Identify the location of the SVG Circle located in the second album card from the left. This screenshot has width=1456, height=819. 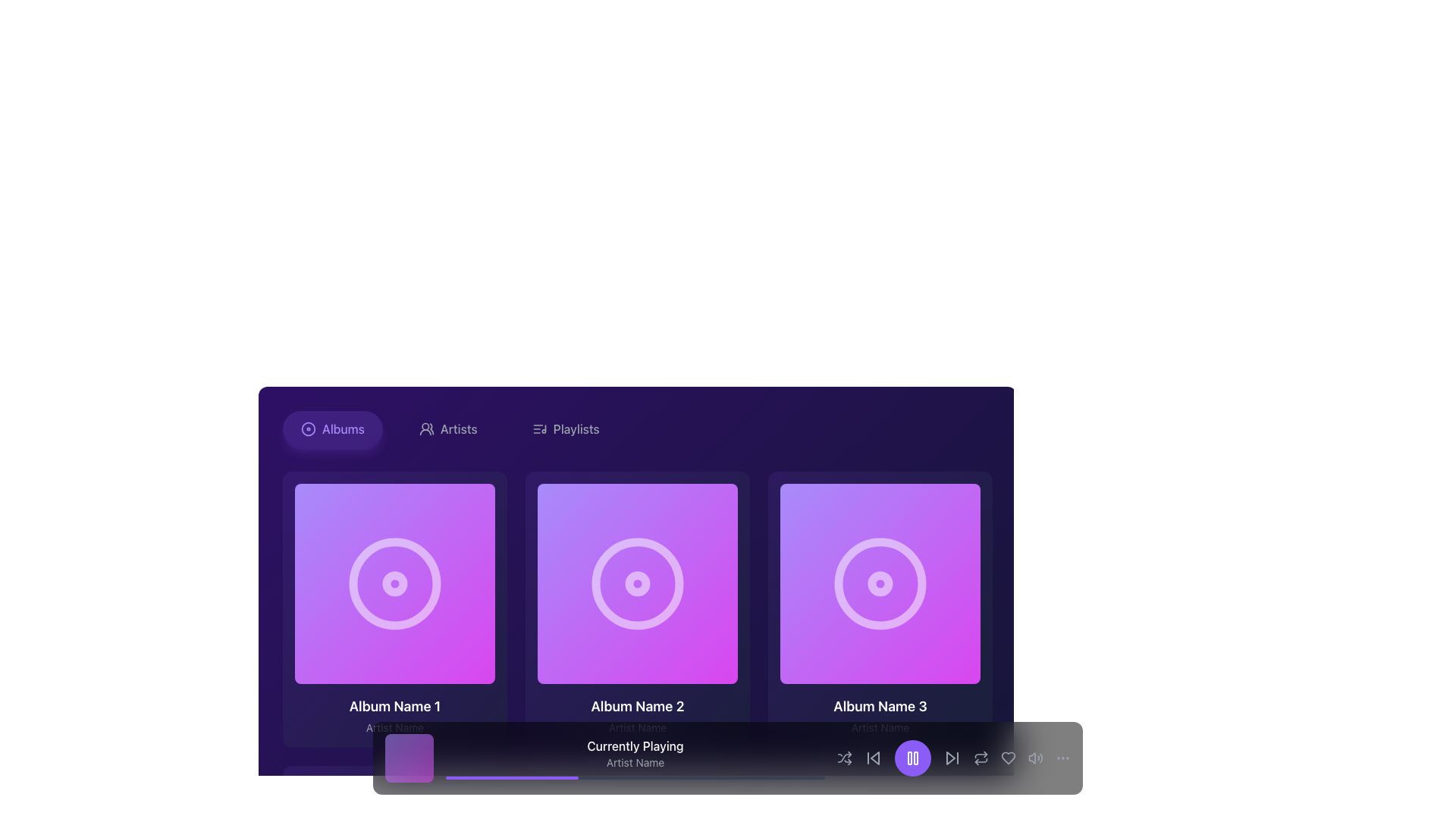
(637, 583).